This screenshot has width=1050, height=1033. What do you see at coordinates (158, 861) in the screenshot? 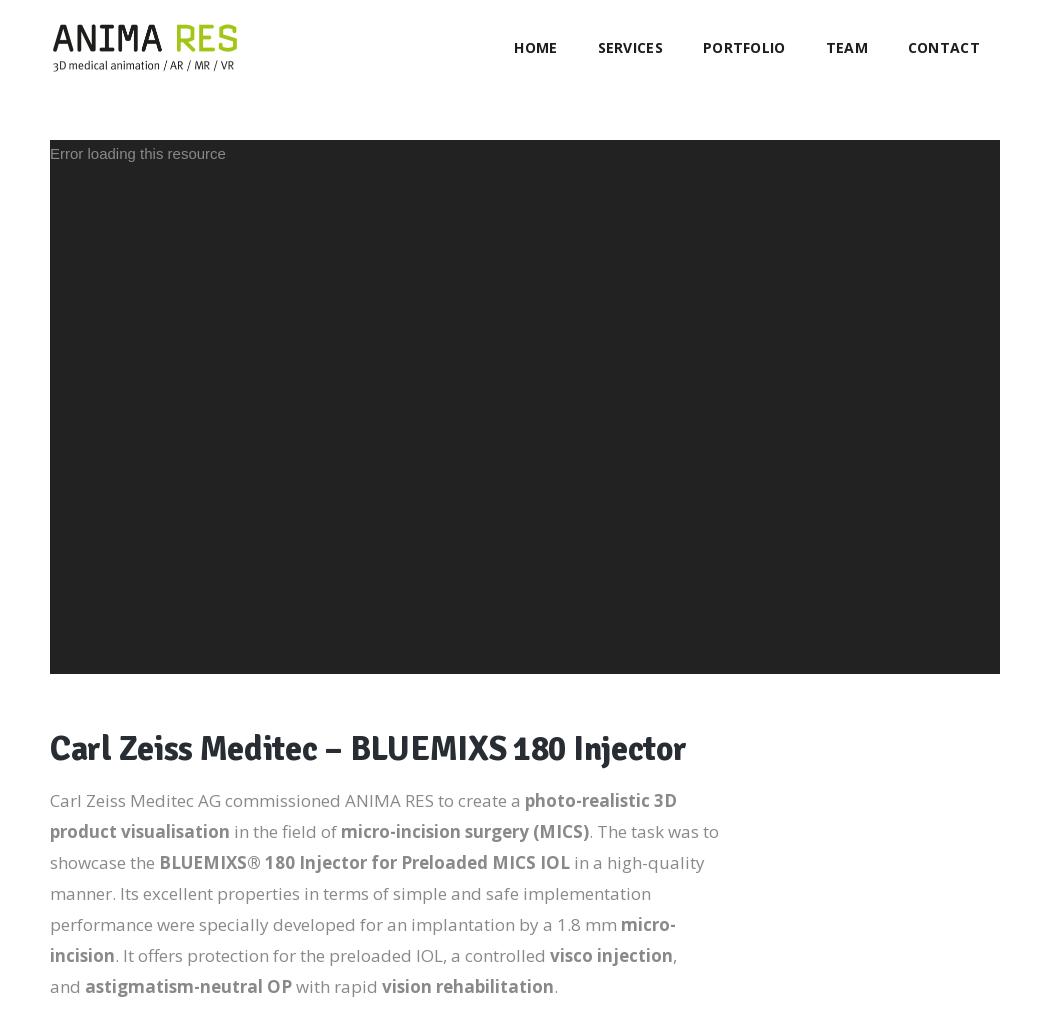
I see `'BLUEMIXS® 180 Injector for Preloaded MICS IOL'` at bounding box center [158, 861].